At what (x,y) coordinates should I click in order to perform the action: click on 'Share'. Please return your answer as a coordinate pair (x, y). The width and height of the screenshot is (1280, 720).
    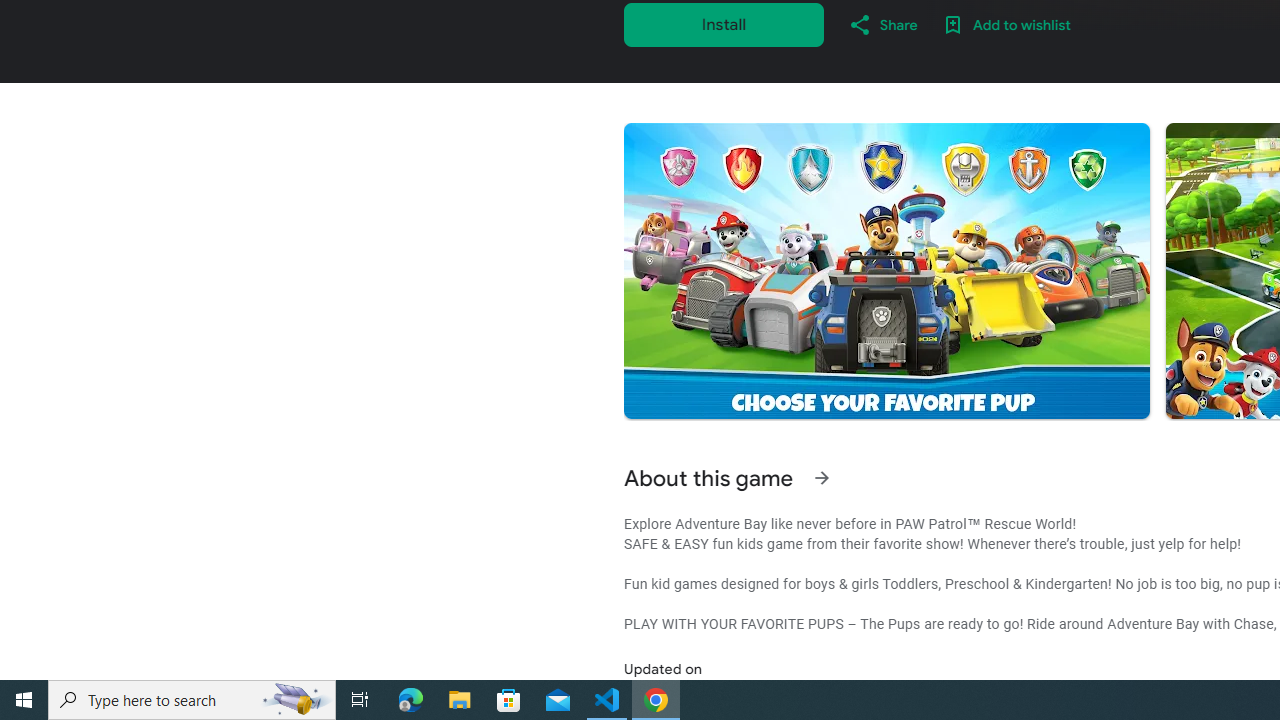
    Looking at the image, I should click on (880, 24).